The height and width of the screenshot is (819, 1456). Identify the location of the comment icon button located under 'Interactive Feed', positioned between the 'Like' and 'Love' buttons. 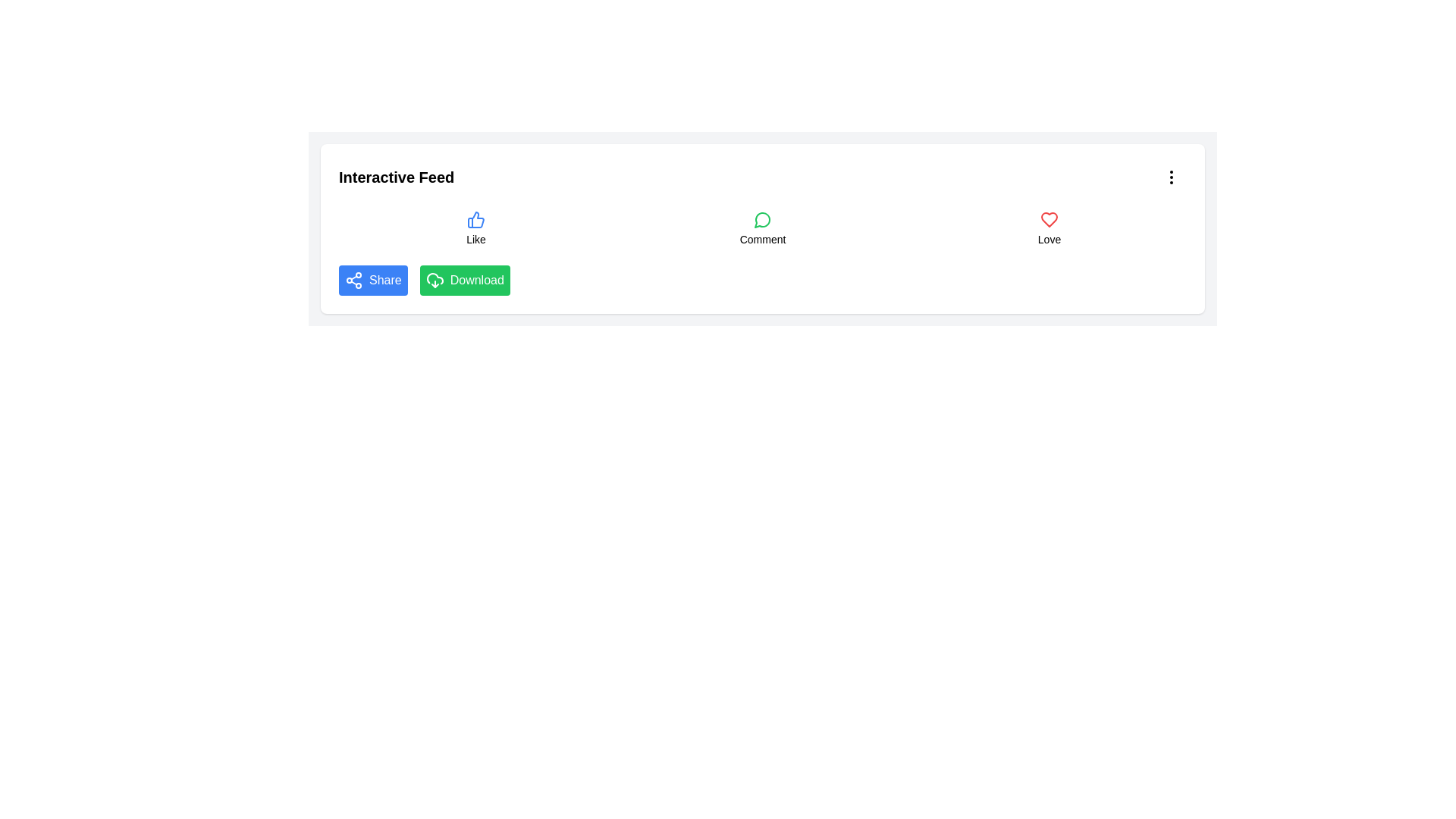
(762, 220).